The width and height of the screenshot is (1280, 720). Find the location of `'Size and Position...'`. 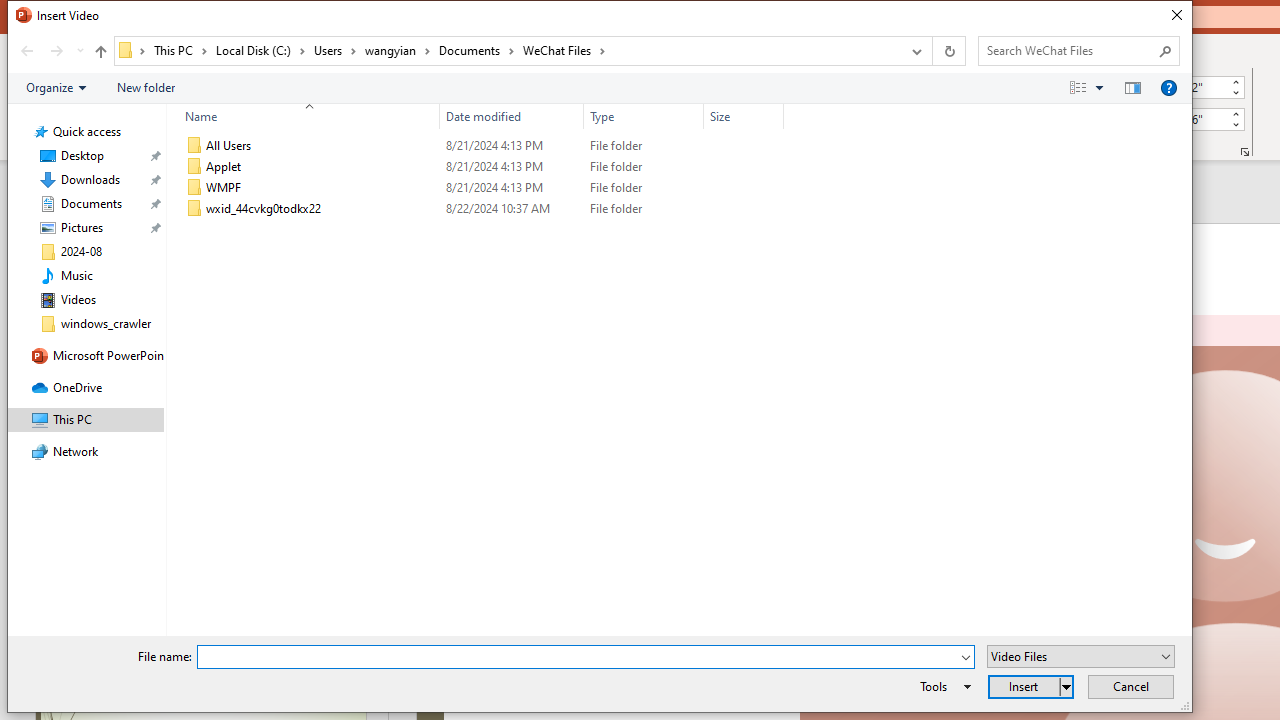

'Size and Position...' is located at coordinates (1243, 150).